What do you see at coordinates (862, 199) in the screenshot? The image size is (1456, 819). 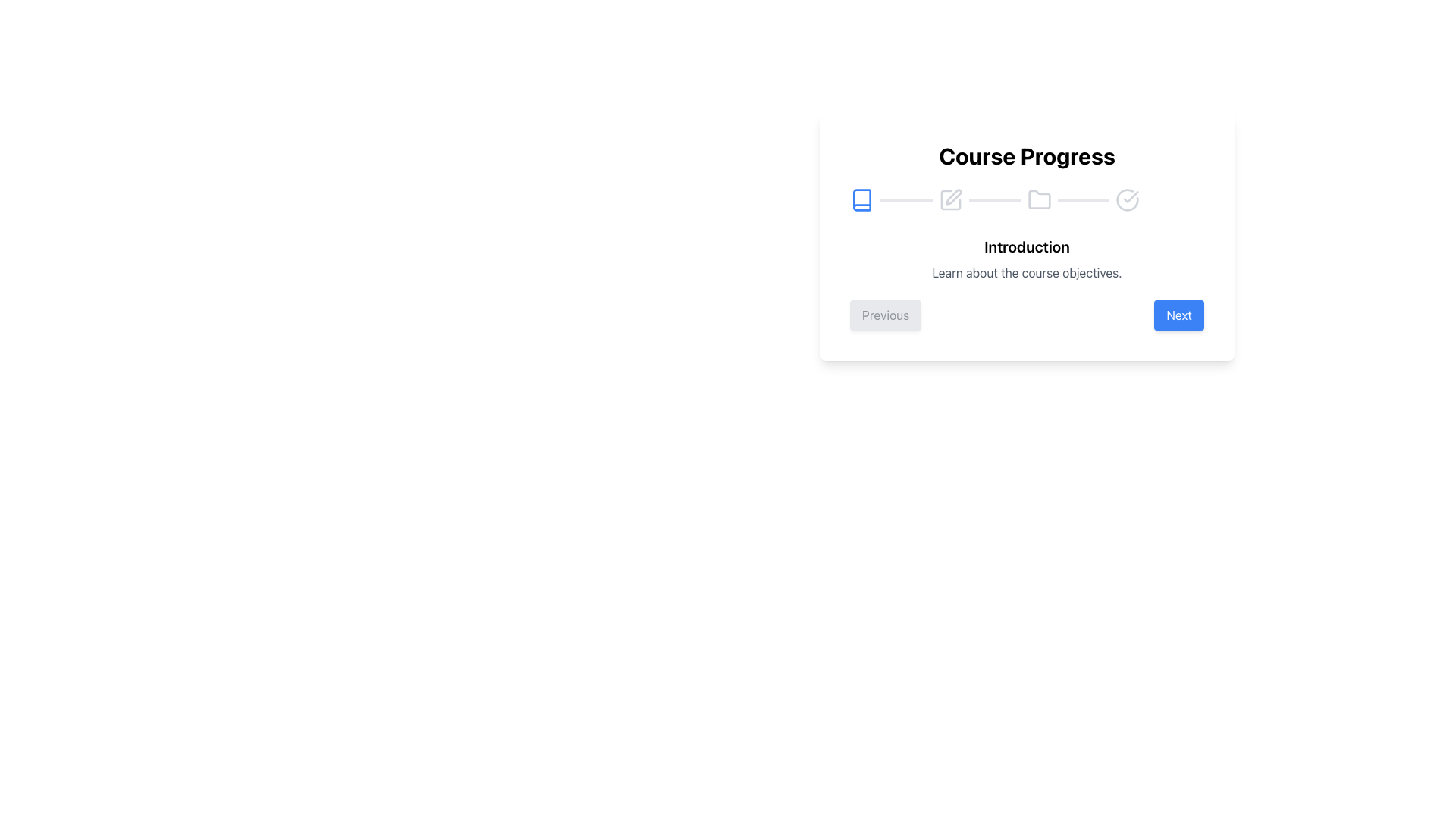 I see `the blue-colored book outline SVG icon located at the far-left side of the progress bar` at bounding box center [862, 199].